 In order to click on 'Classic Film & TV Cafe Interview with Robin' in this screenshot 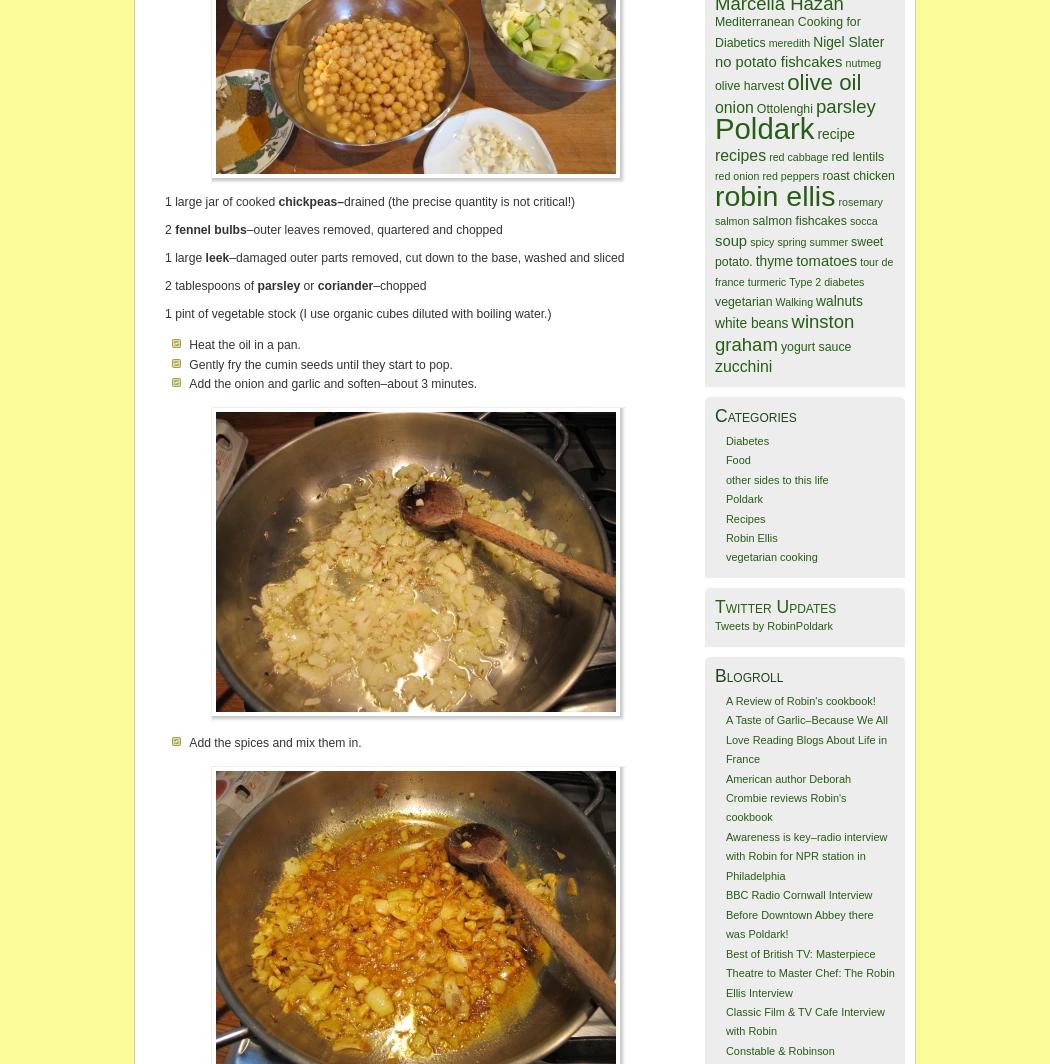, I will do `click(803, 1021)`.